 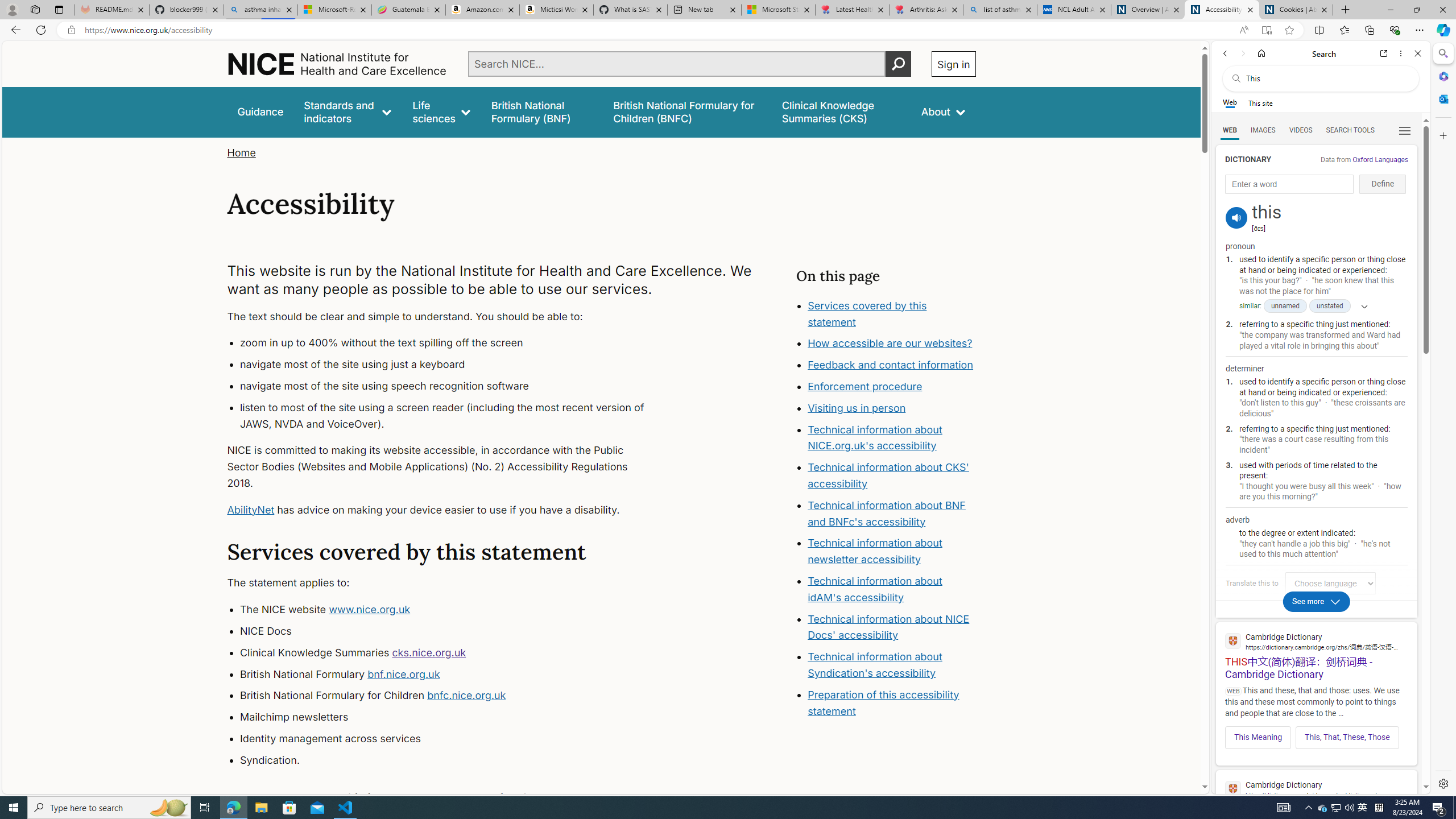 I want to click on 'This Meaning', so click(x=1257, y=737).